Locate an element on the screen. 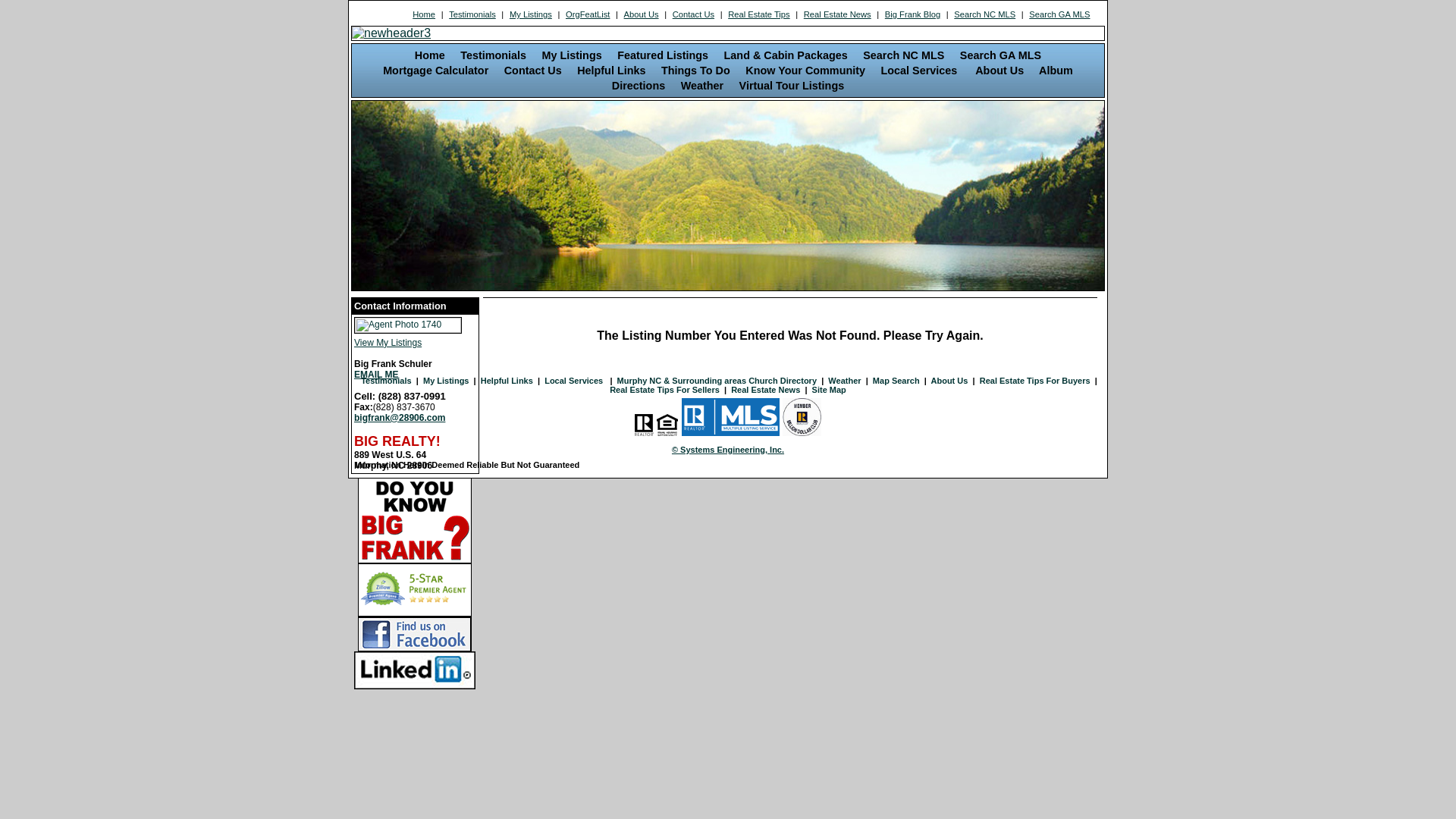 The image size is (1456, 819). 'Helpful Links' is located at coordinates (507, 379).